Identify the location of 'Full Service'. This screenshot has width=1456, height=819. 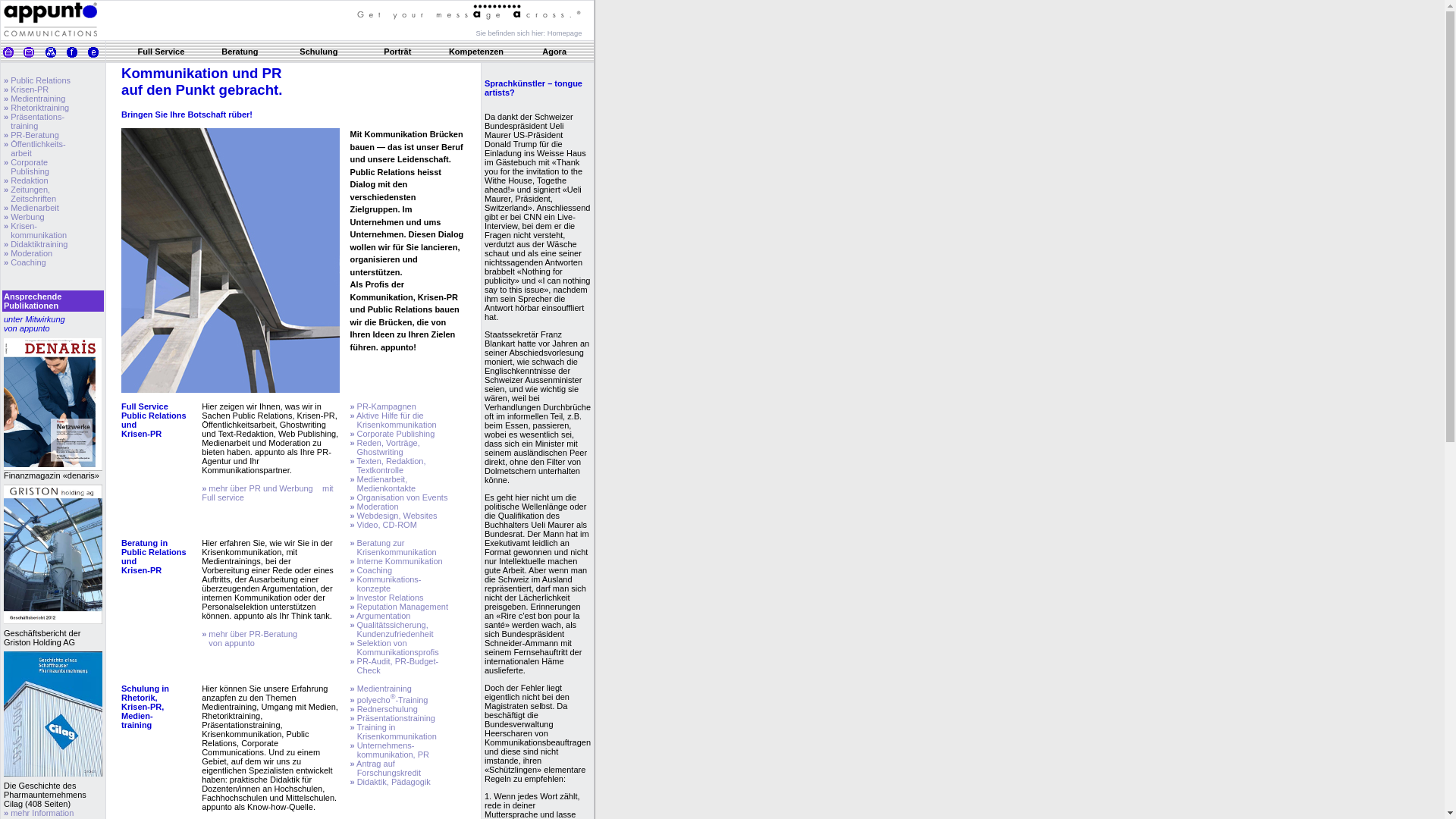
(161, 51).